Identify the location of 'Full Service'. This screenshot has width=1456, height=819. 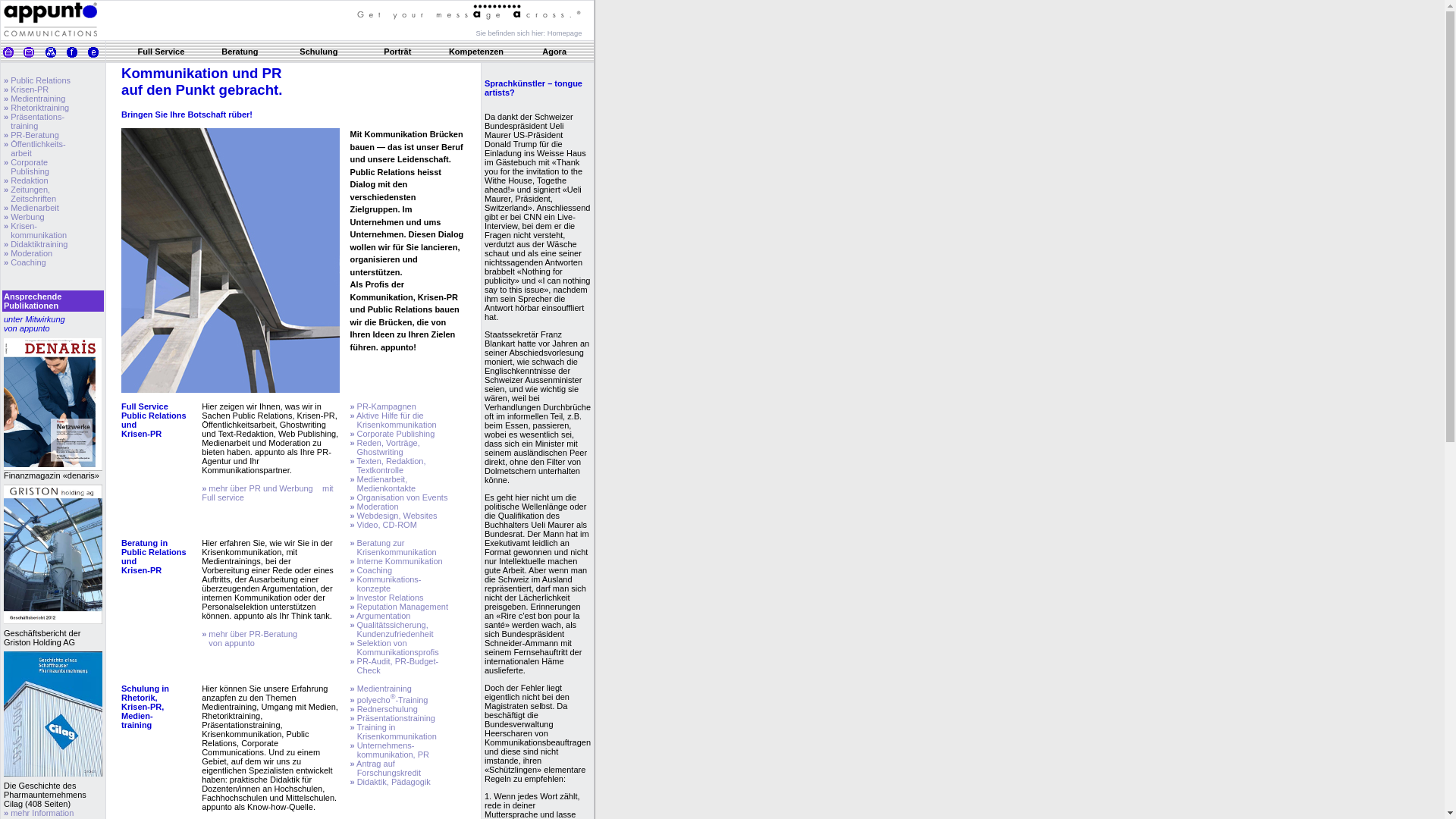
(161, 51).